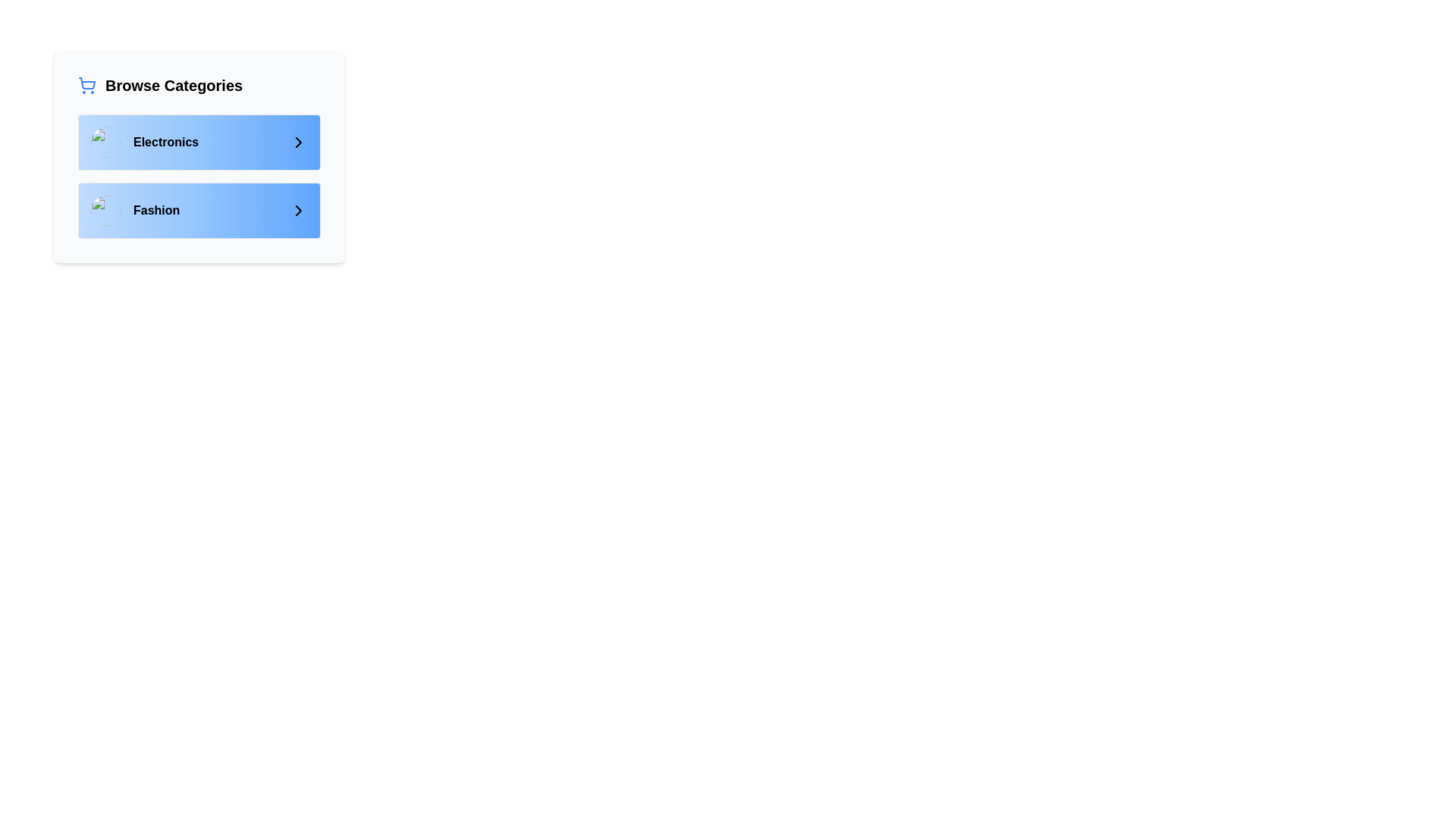 This screenshot has width=1456, height=819. What do you see at coordinates (105, 210) in the screenshot?
I see `the circular image placeholder located within the 'Fashion' button, which is styled with a class of 'h-10 w-10 rounded-full'` at bounding box center [105, 210].